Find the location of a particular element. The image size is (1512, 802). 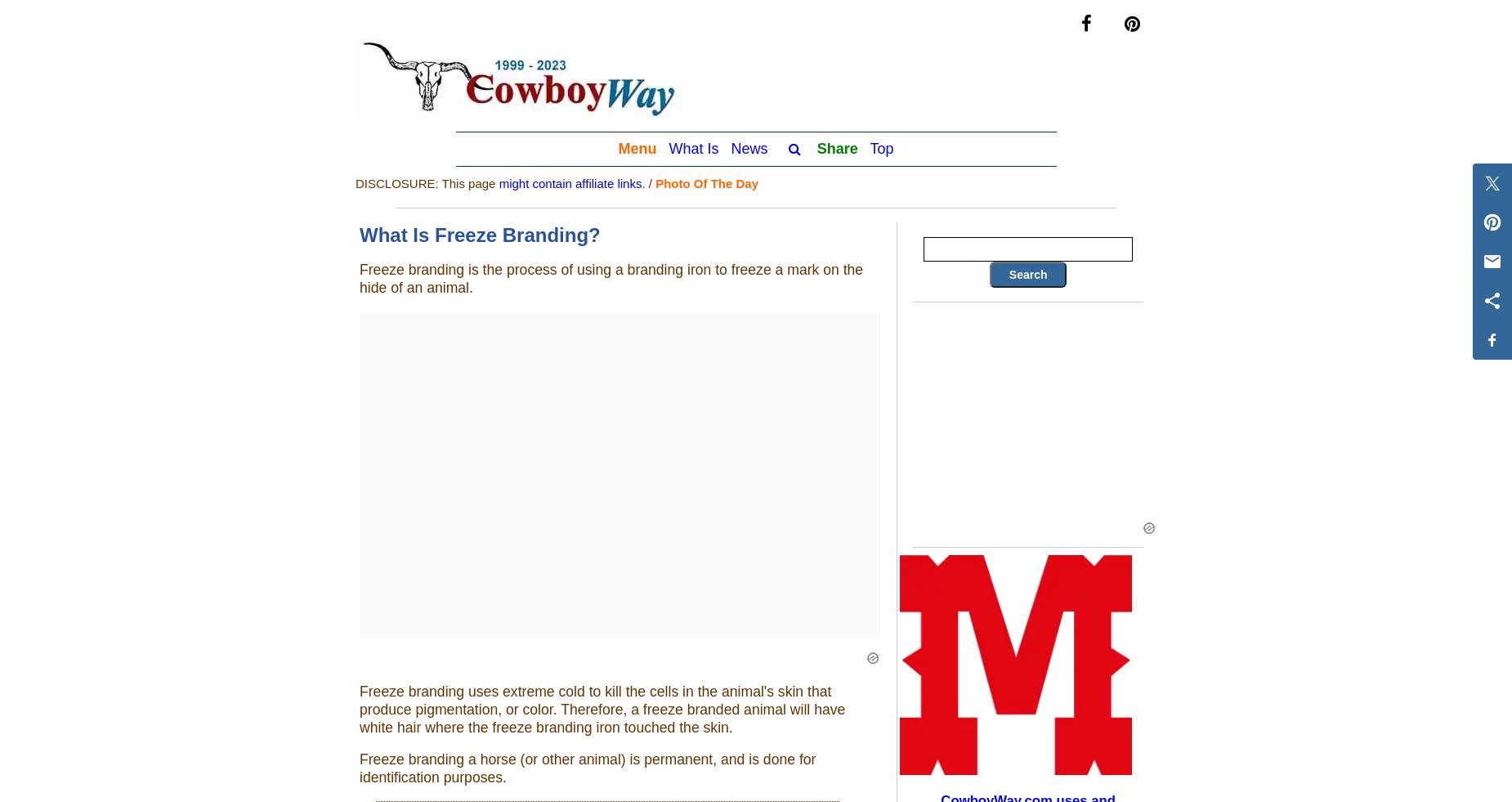

'. /' is located at coordinates (648, 182).